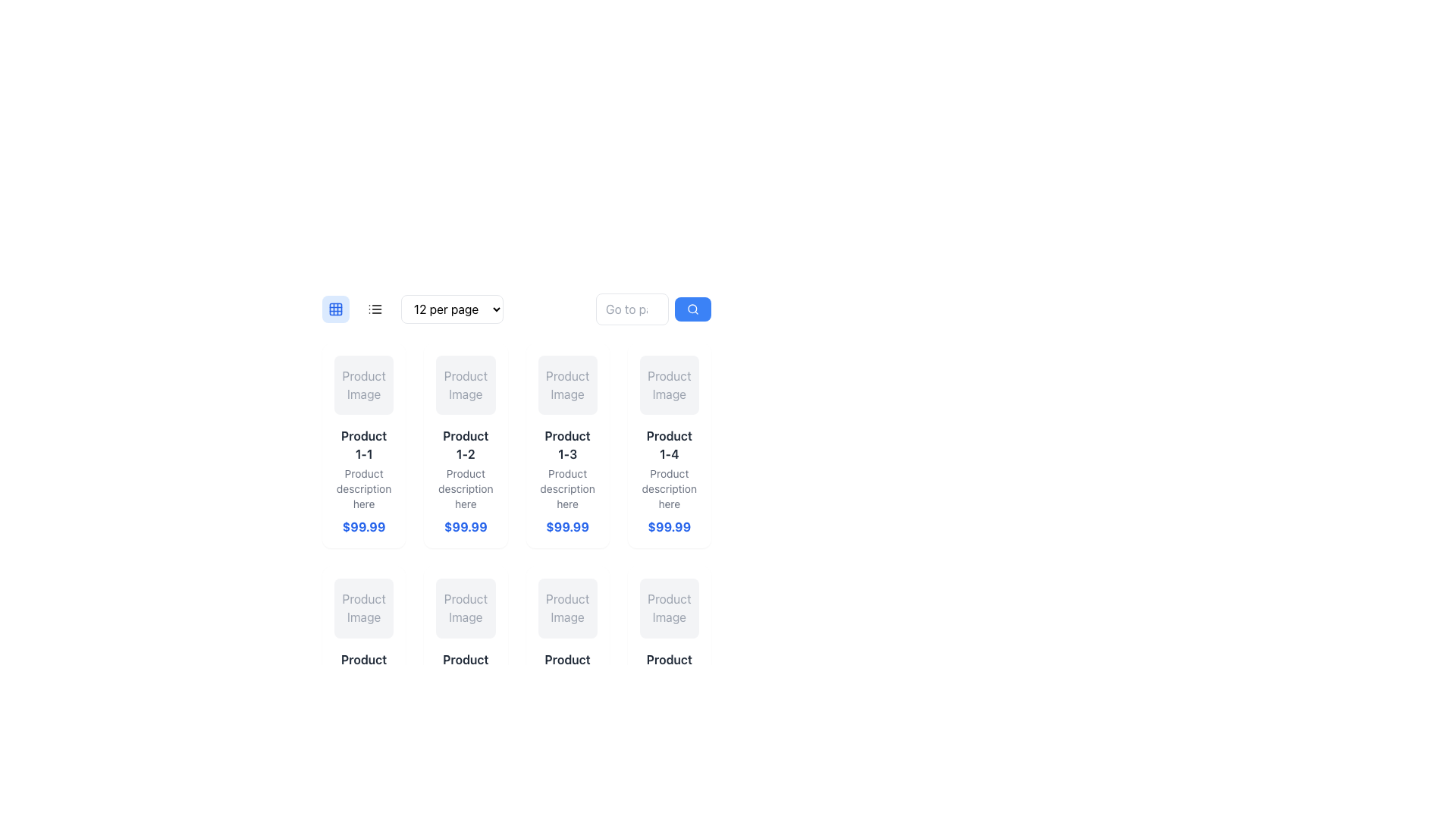 This screenshot has height=819, width=1456. Describe the element at coordinates (516, 309) in the screenshot. I see `the dropdown menu located in the toolbar section above the main content grid` at that location.